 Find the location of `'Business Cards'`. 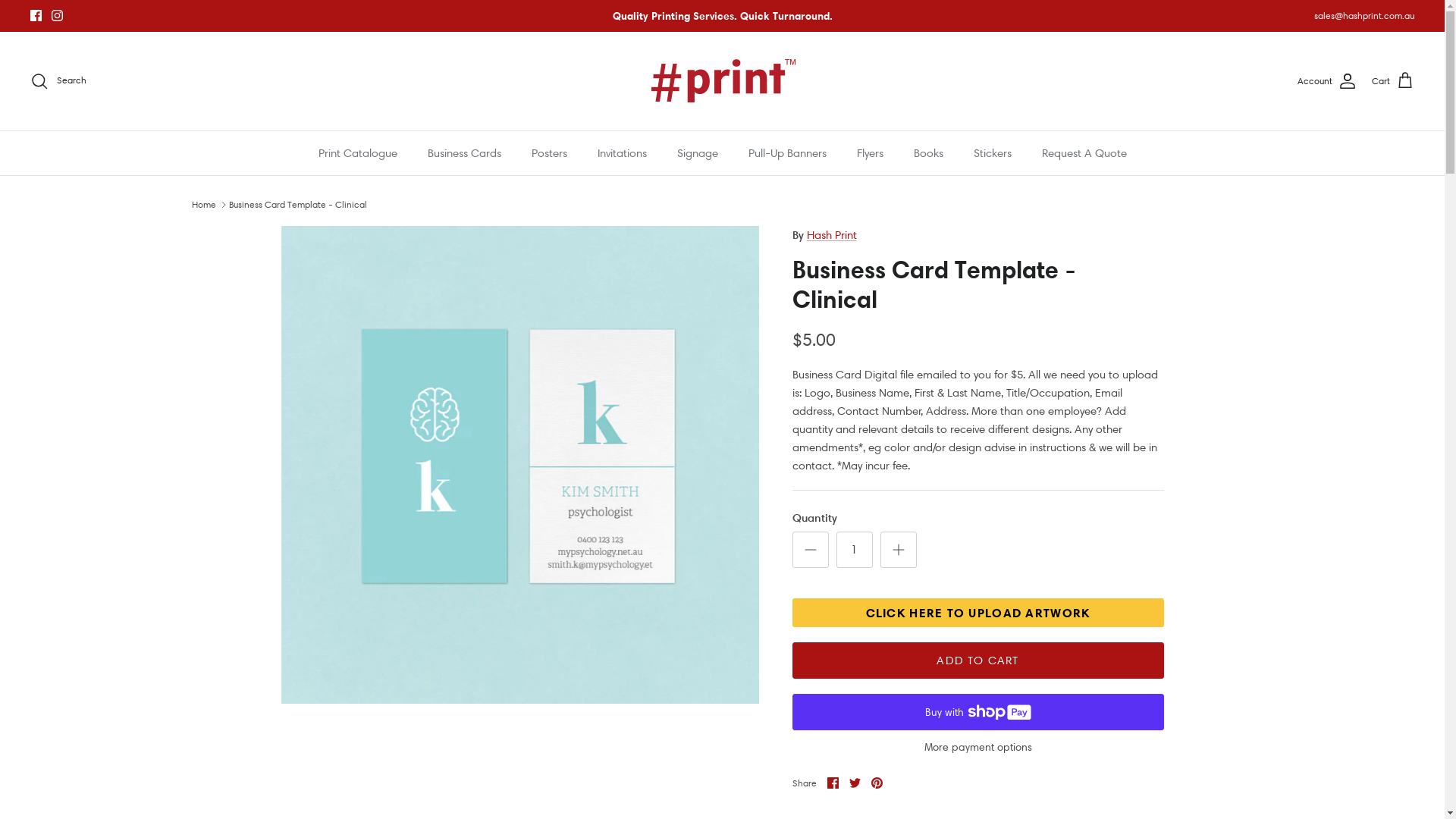

'Business Cards' is located at coordinates (463, 153).